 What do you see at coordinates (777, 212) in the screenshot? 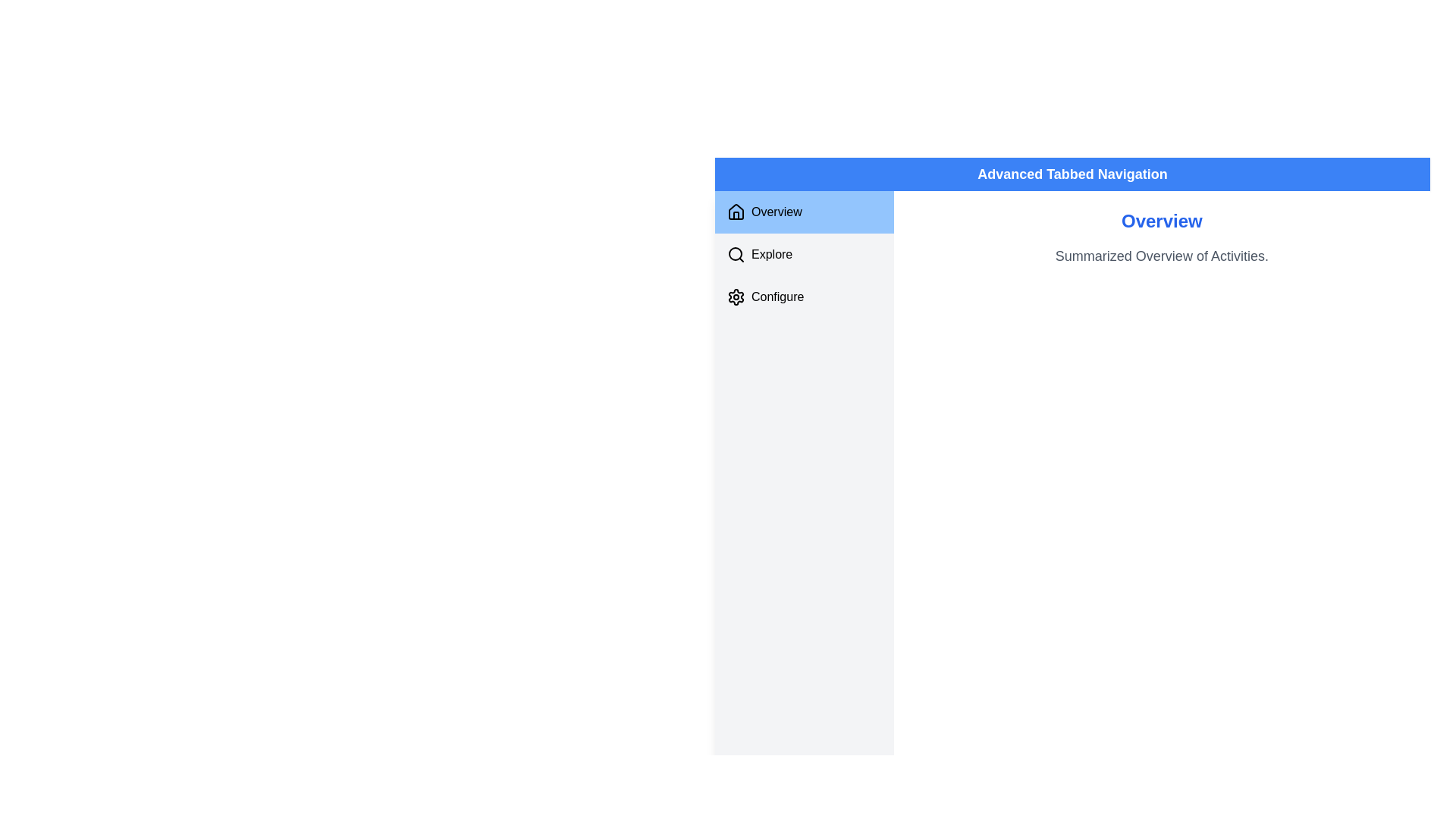
I see `the text label that represents the overview feature` at bounding box center [777, 212].